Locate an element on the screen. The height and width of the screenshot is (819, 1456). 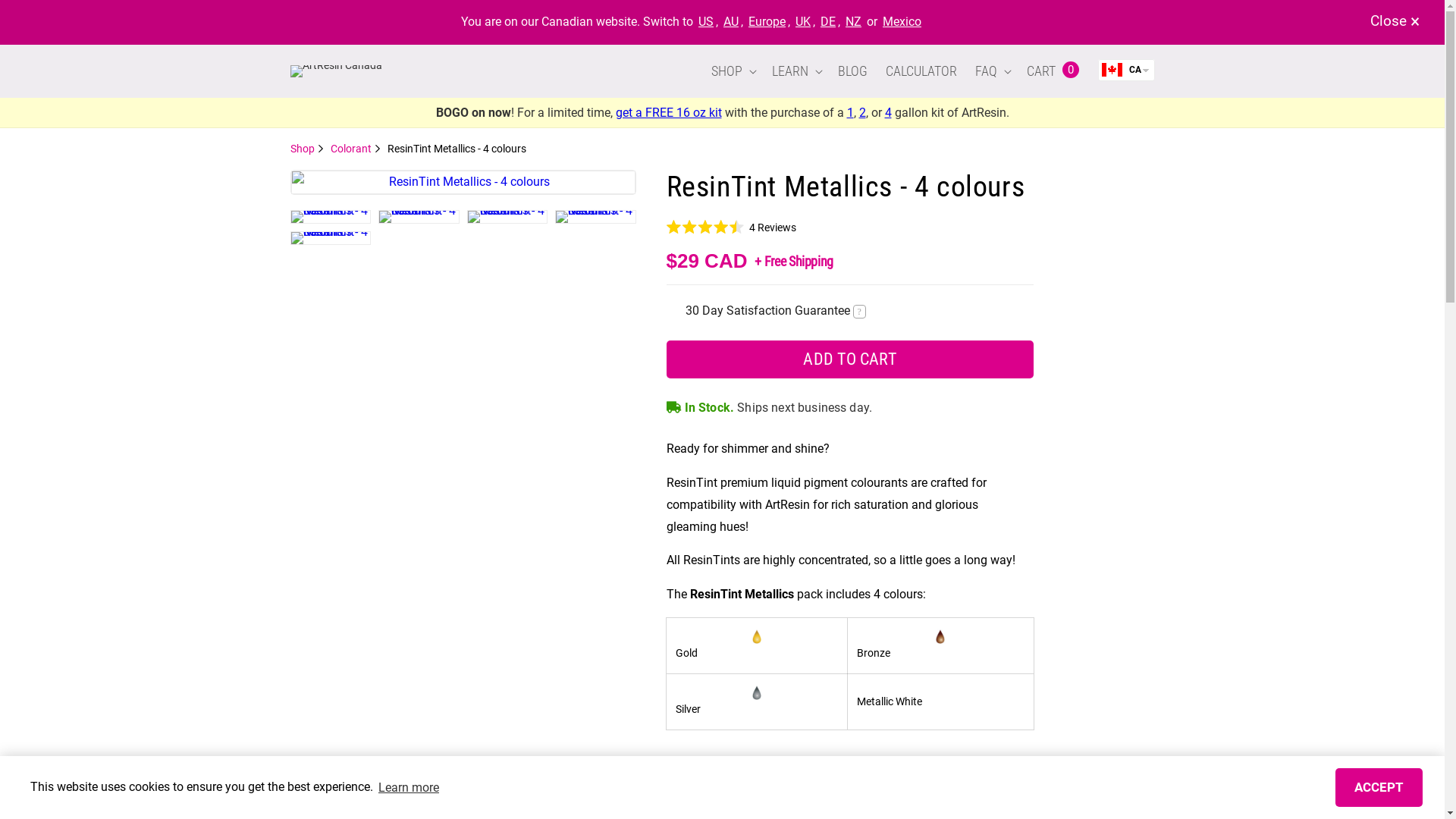
'Colorant' is located at coordinates (355, 149).